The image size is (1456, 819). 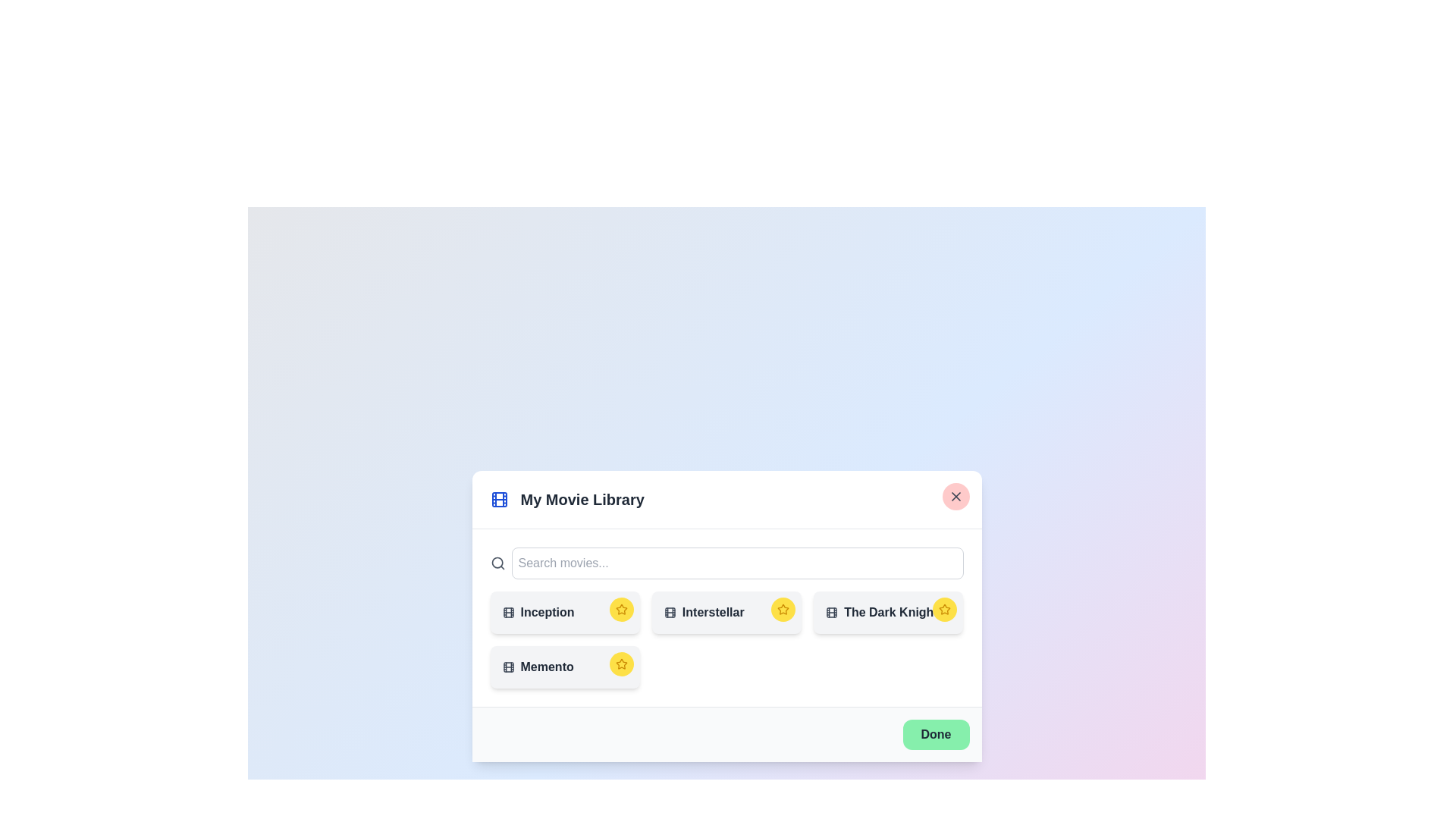 What do you see at coordinates (935, 733) in the screenshot?
I see `the 'Done' button, which is a rectangular button with rounded corners and a green background, located at the bottom-right of the modal window` at bounding box center [935, 733].